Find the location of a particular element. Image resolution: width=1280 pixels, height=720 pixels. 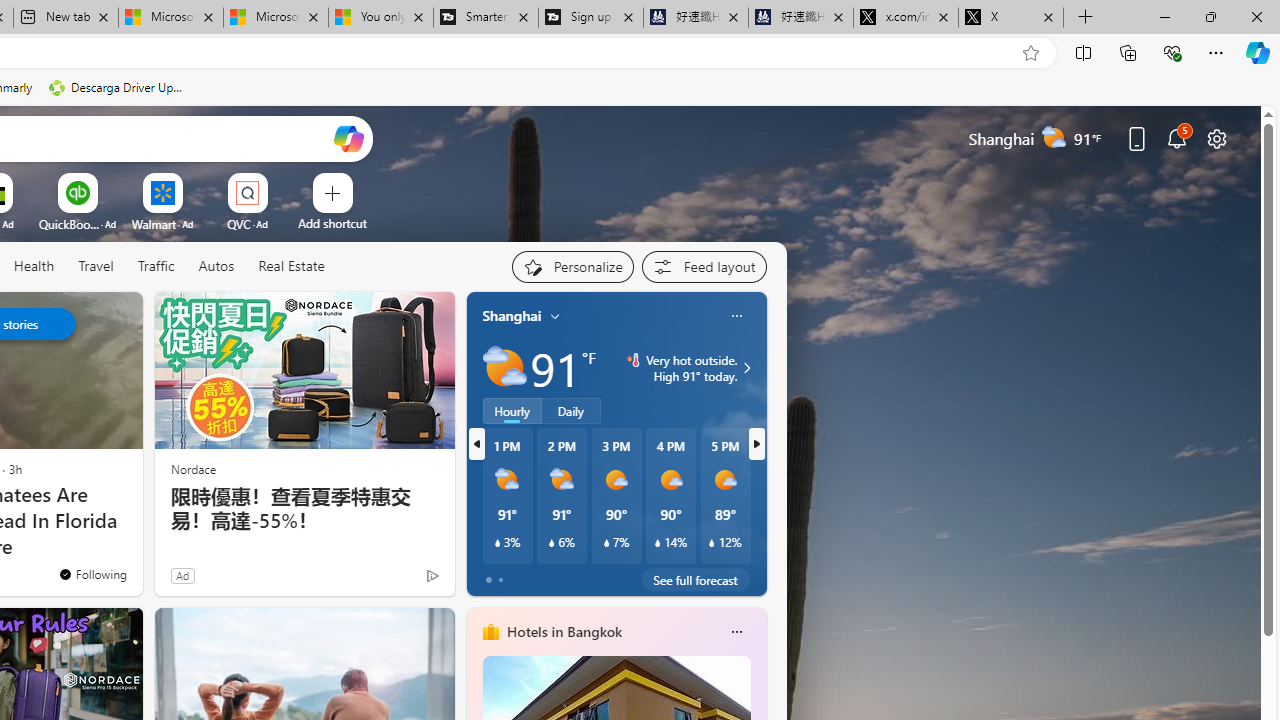

'previous' is located at coordinates (475, 442).